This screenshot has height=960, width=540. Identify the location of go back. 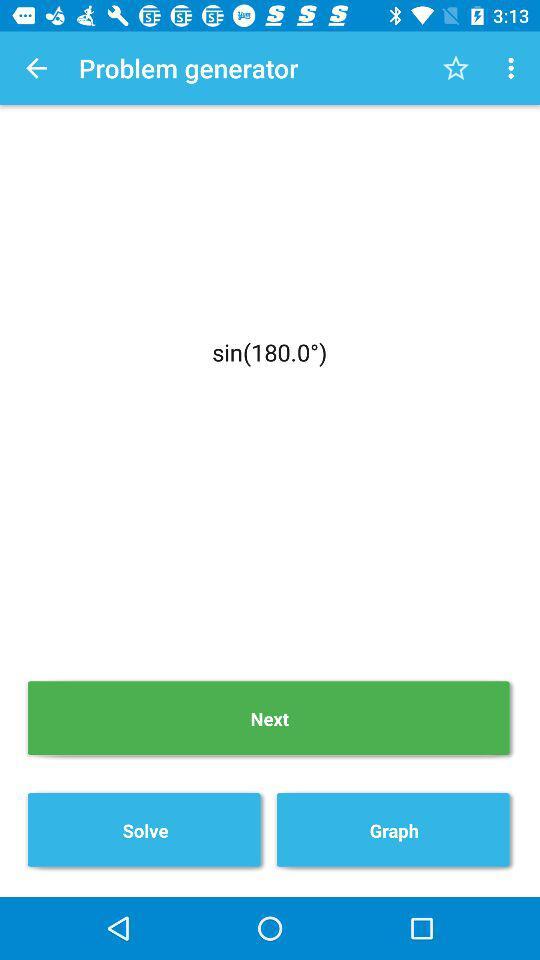
(36, 68).